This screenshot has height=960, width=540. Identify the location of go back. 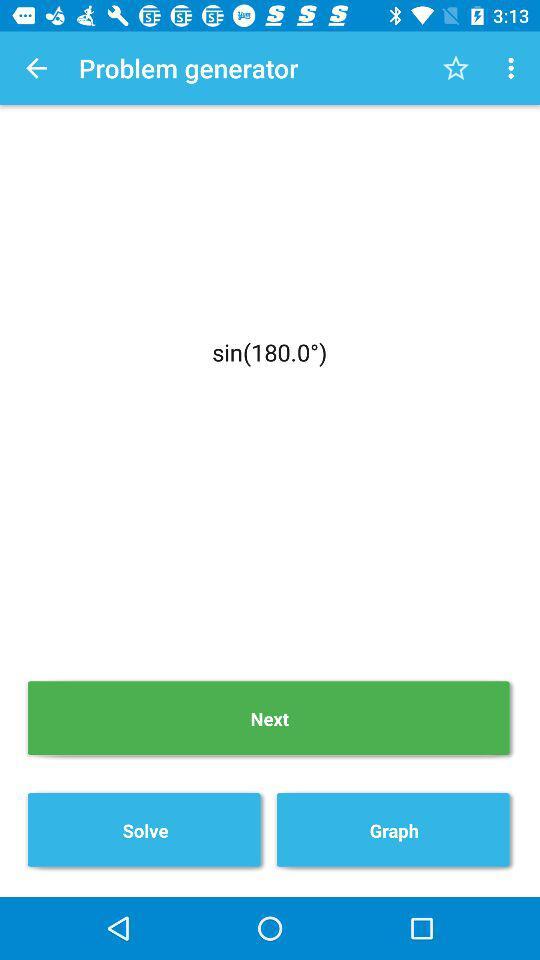
(36, 68).